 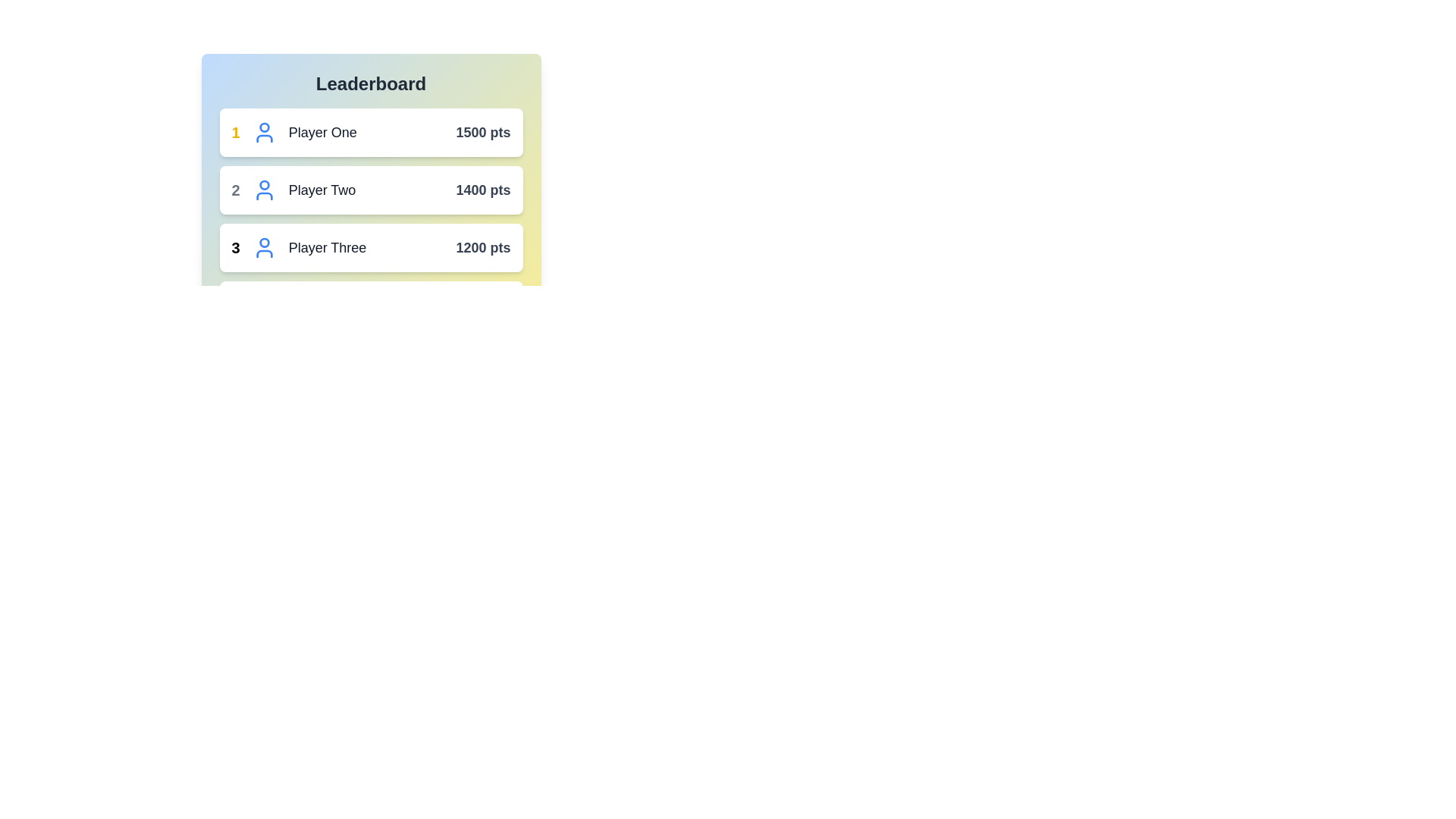 I want to click on the score of player Player Three to select it, so click(x=482, y=247).